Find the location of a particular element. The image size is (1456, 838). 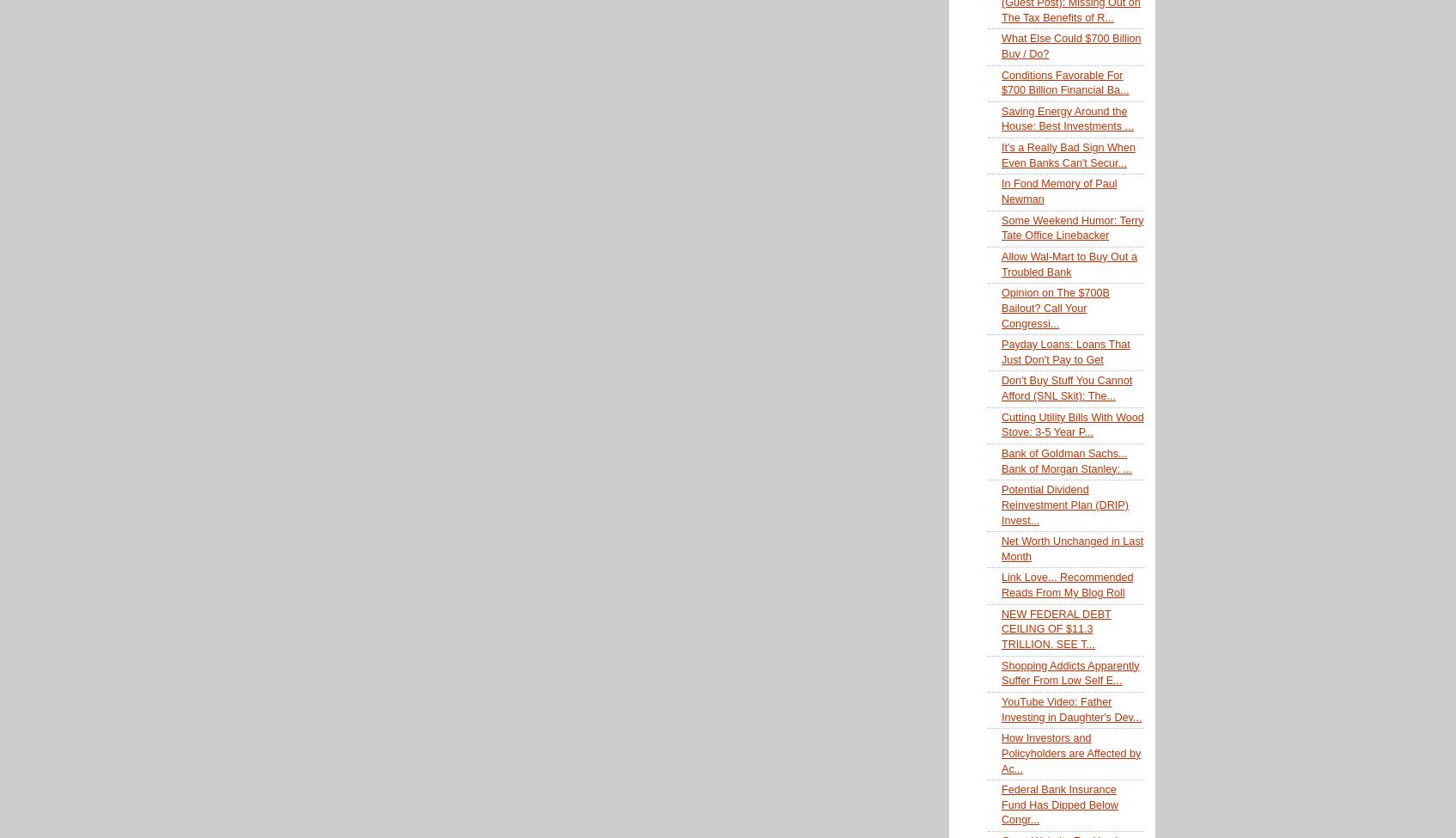

'In Fond Memory of Paul Newman' is located at coordinates (1058, 191).